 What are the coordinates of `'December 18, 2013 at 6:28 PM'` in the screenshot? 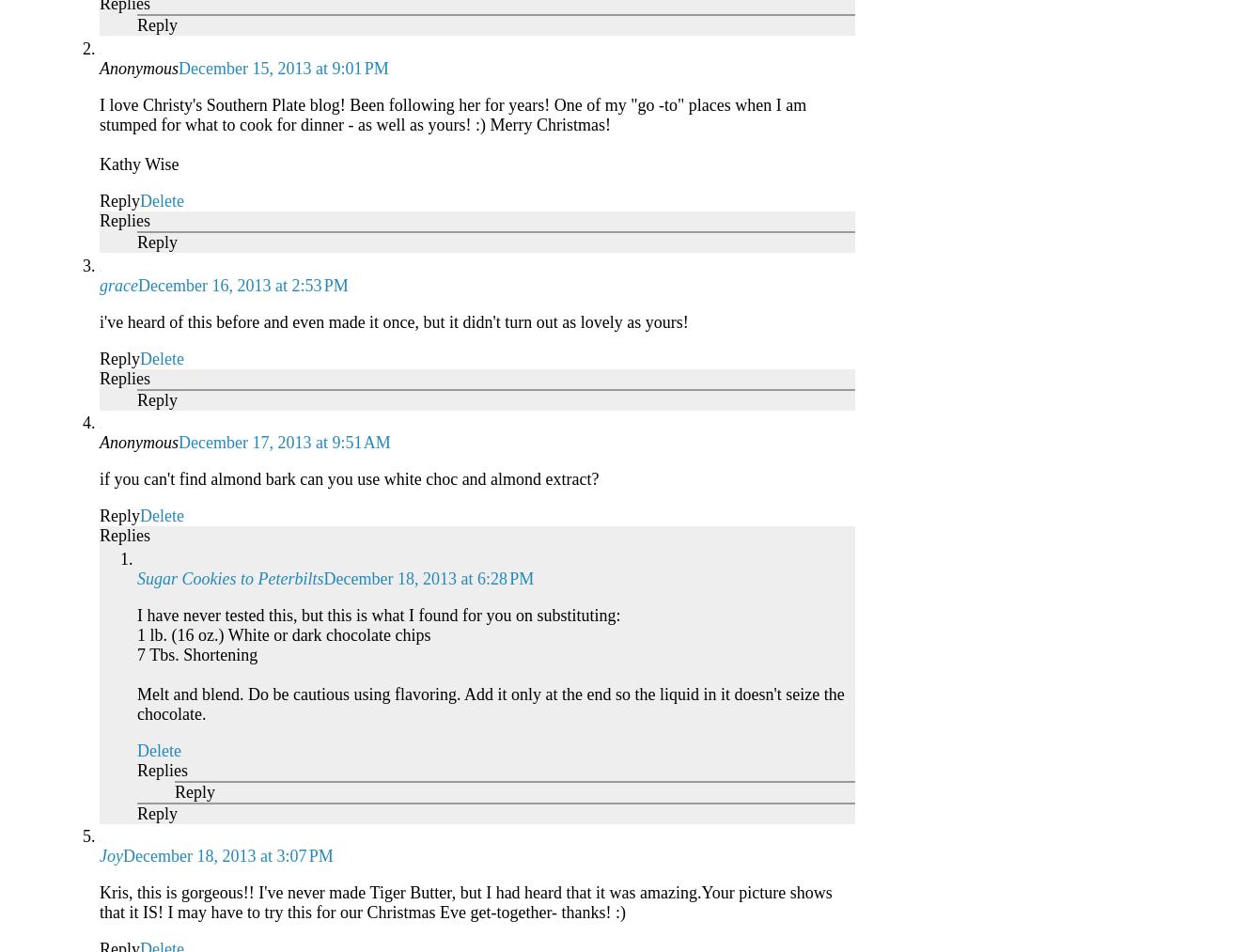 It's located at (428, 576).